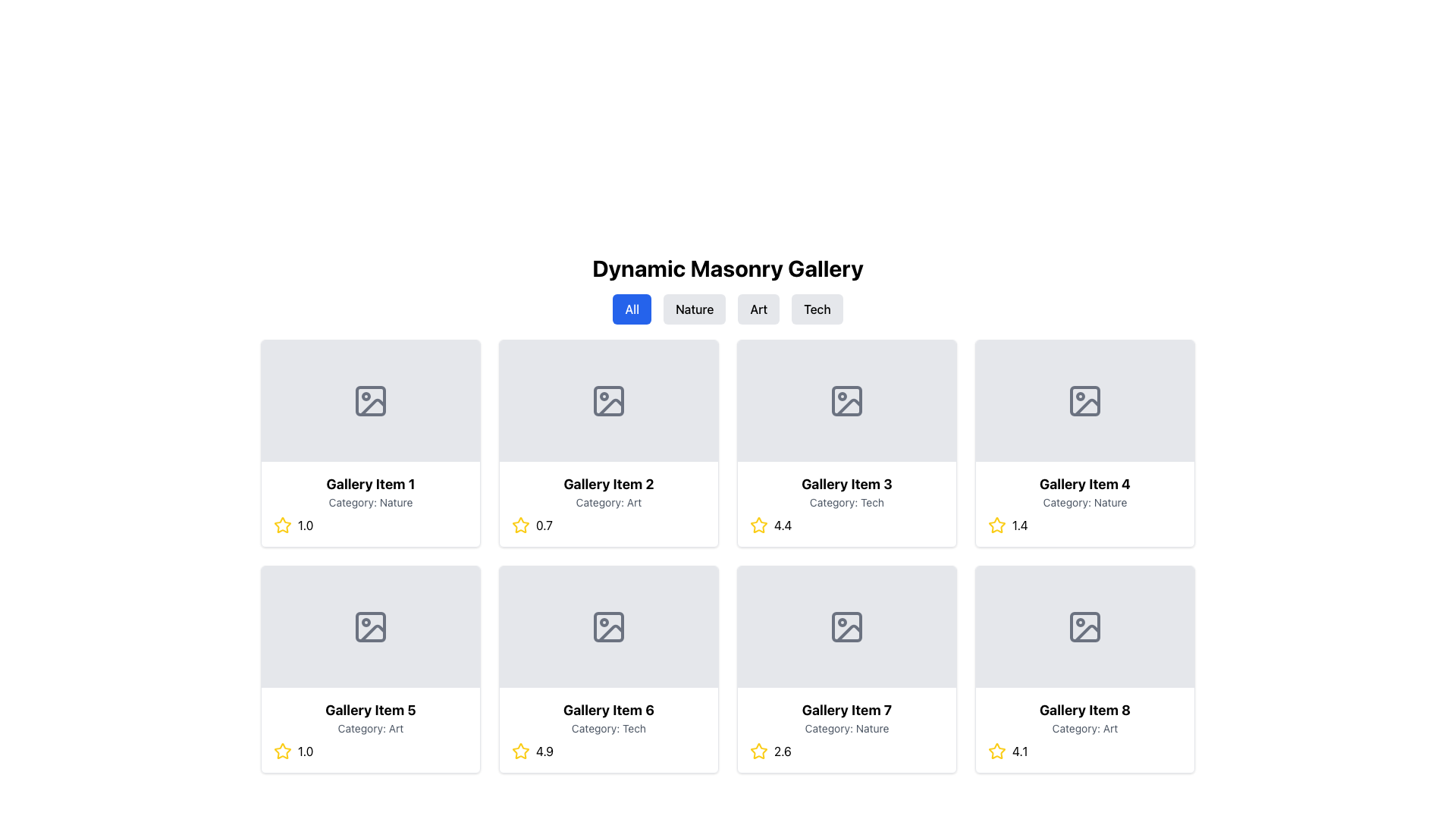 The image size is (1456, 819). I want to click on text displayed in the Card or Tile Component located in the second row and first column of the grid layout, the fifth item below 'Gallery Item 1', so click(371, 730).